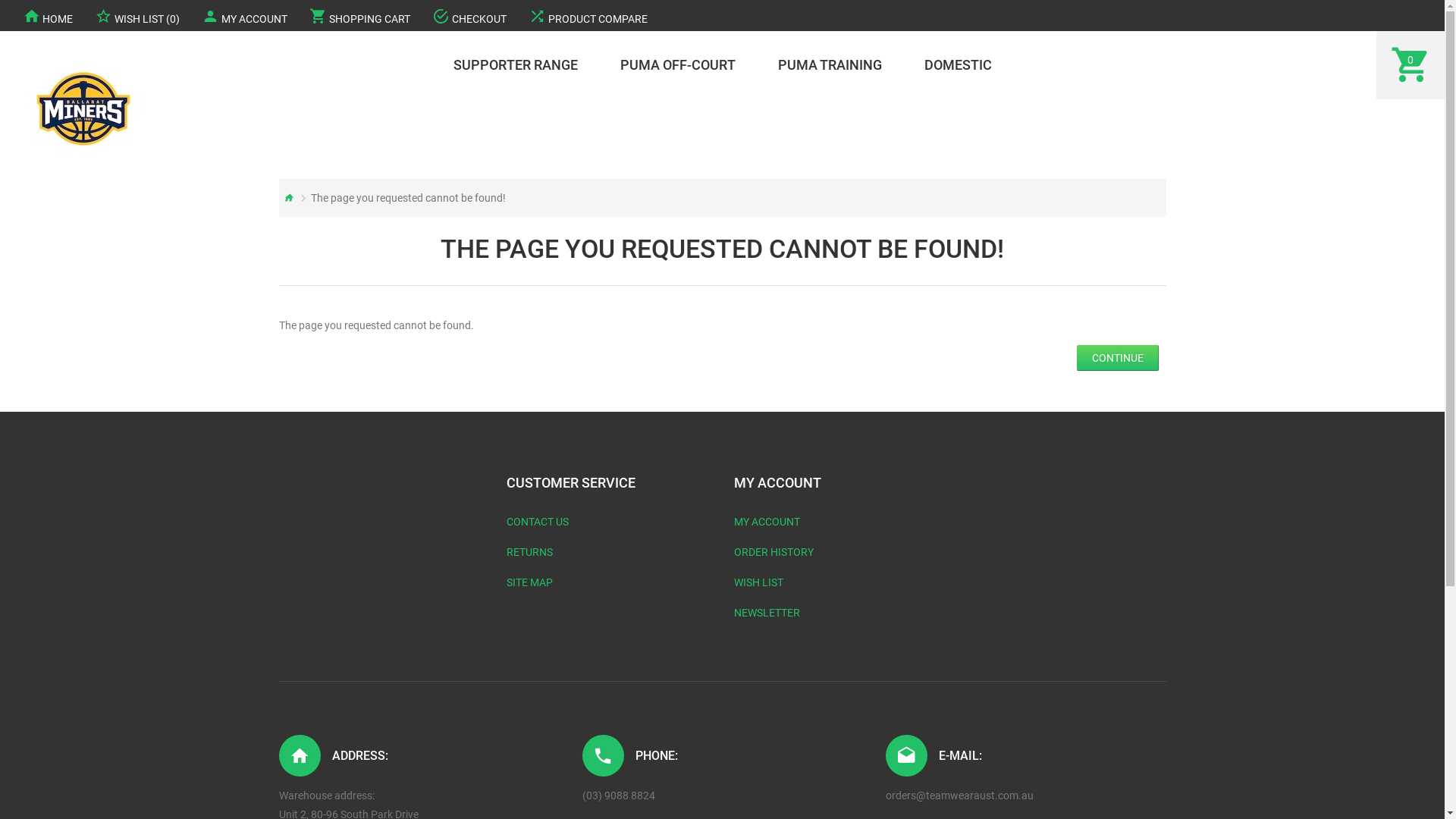  I want to click on 'SITE MAP', so click(529, 581).